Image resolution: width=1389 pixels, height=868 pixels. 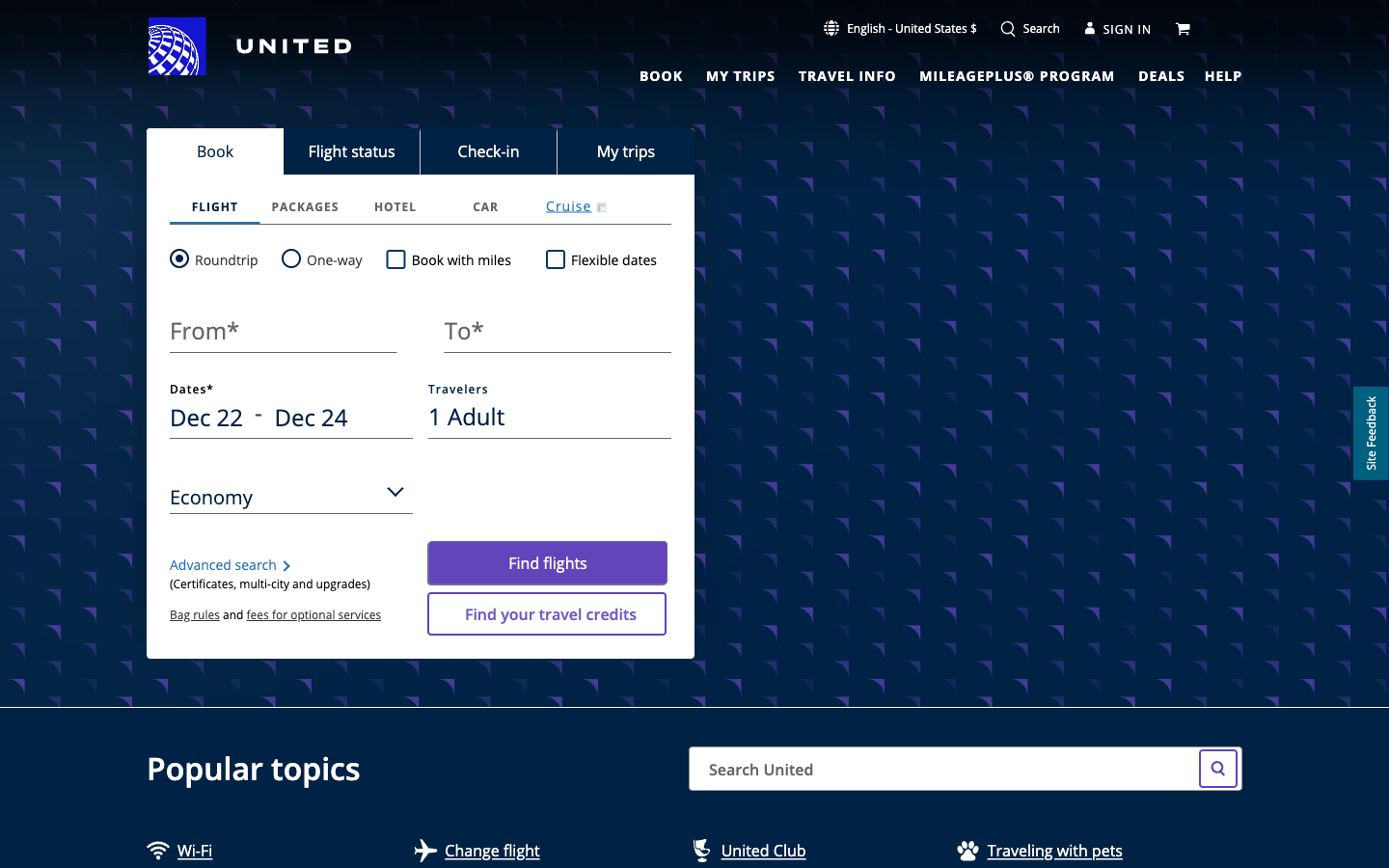 I want to click on shopping cart, so click(x=1184, y=26).